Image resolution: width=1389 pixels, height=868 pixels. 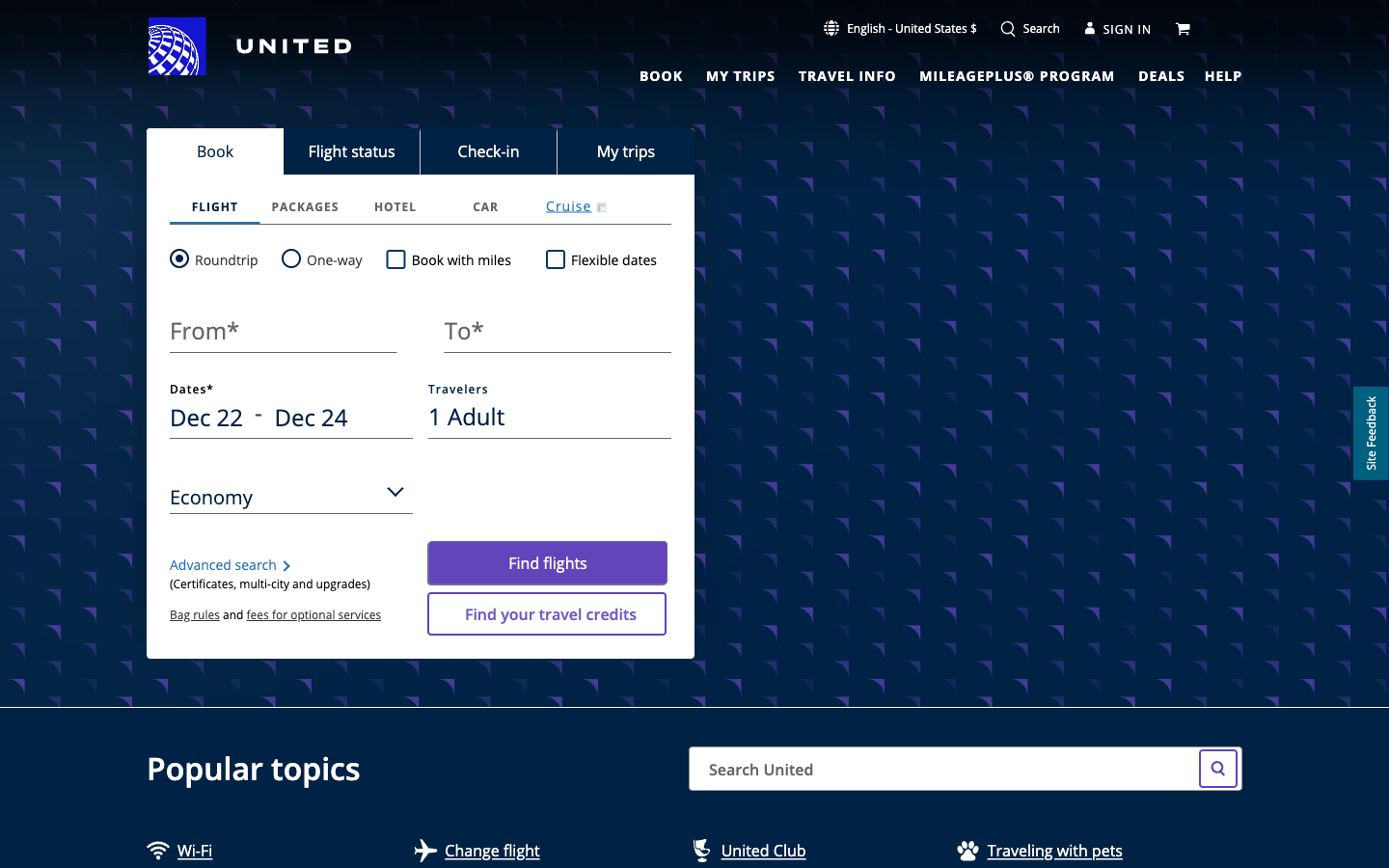 I want to click on shopping cart, so click(x=1184, y=26).